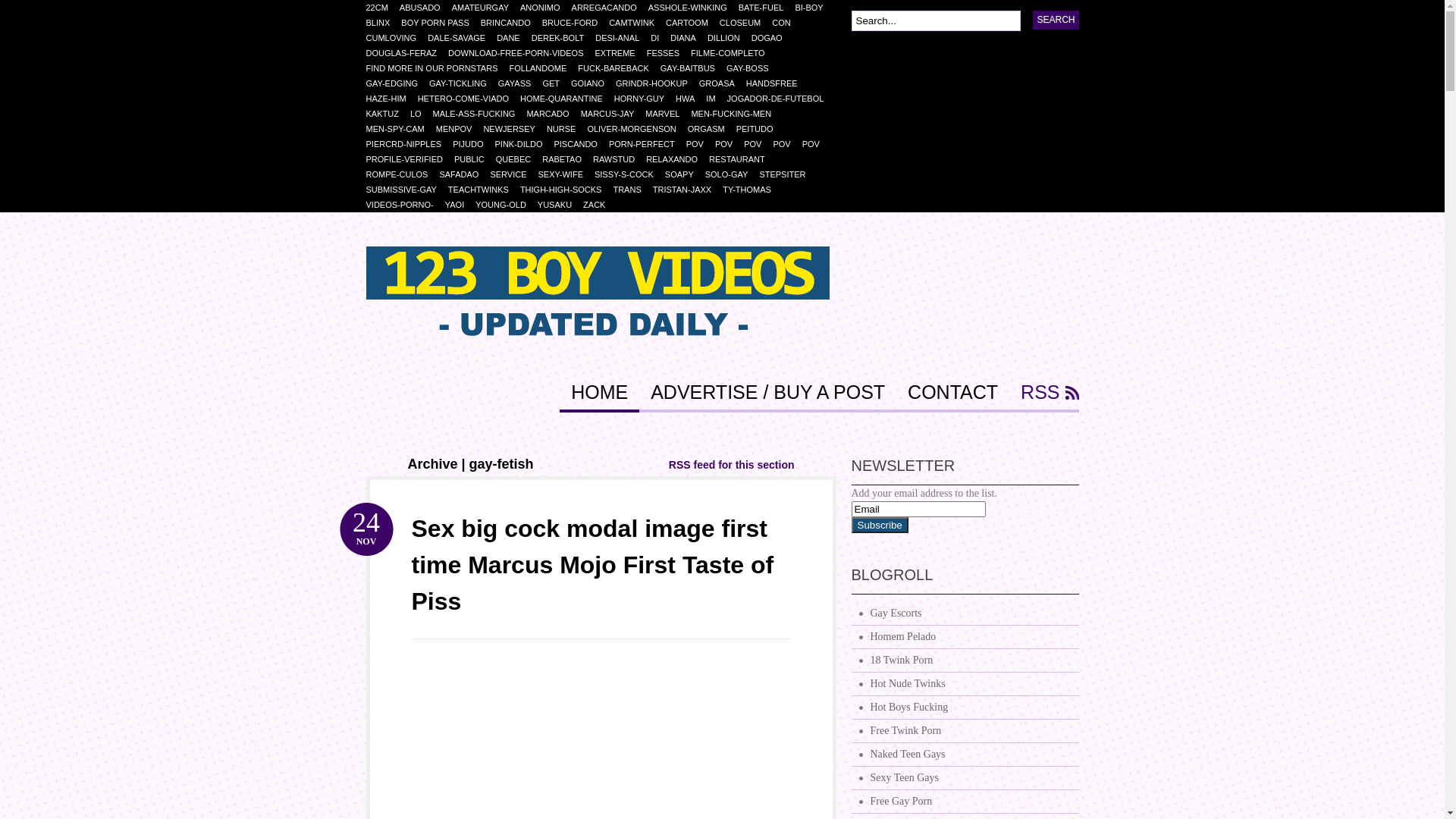 This screenshot has height=819, width=1456. Describe the element at coordinates (620, 52) in the screenshot. I see `'EXTREME'` at that location.